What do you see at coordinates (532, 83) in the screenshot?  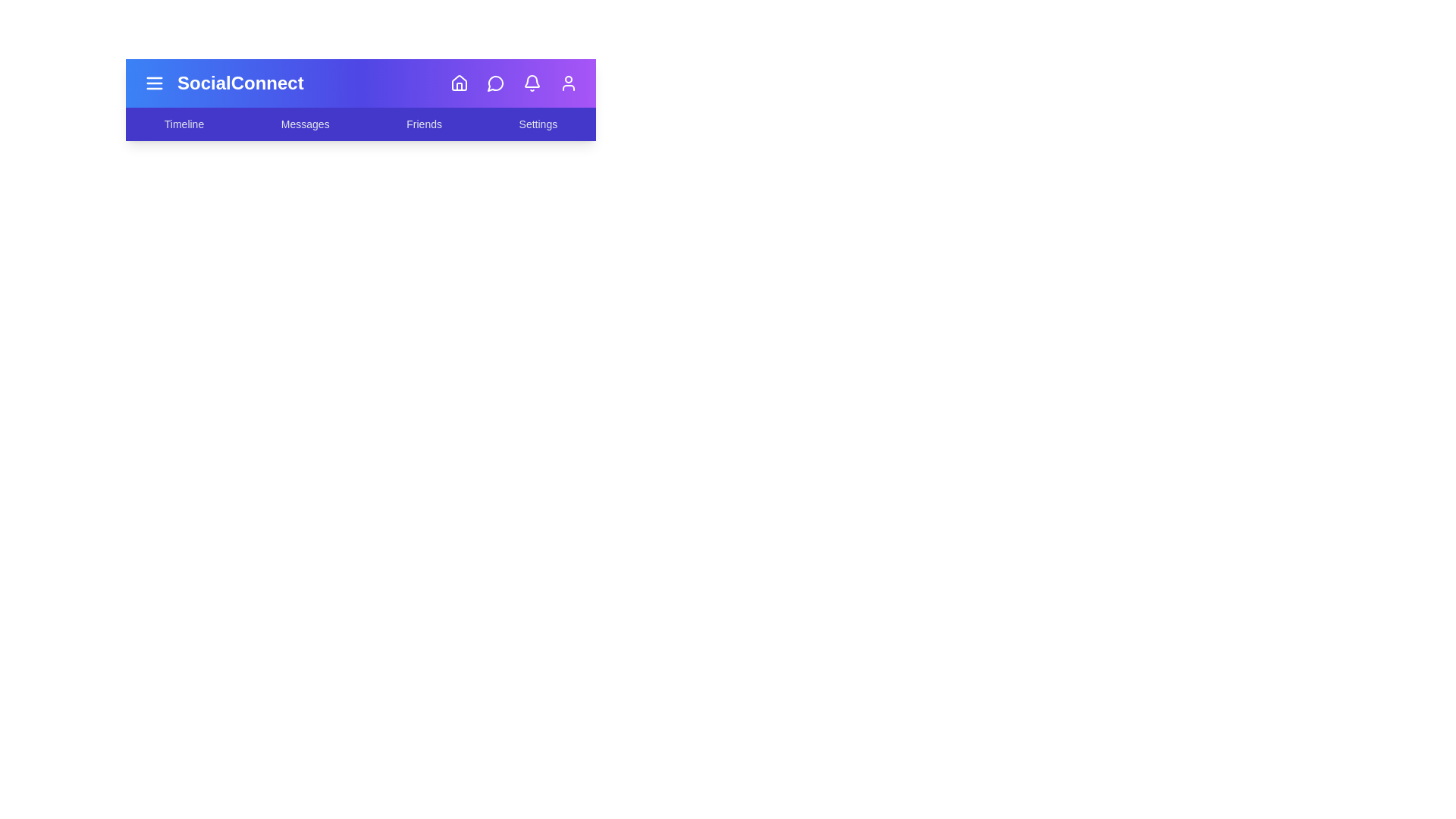 I see `the Bell Icon to observe visual effects` at bounding box center [532, 83].